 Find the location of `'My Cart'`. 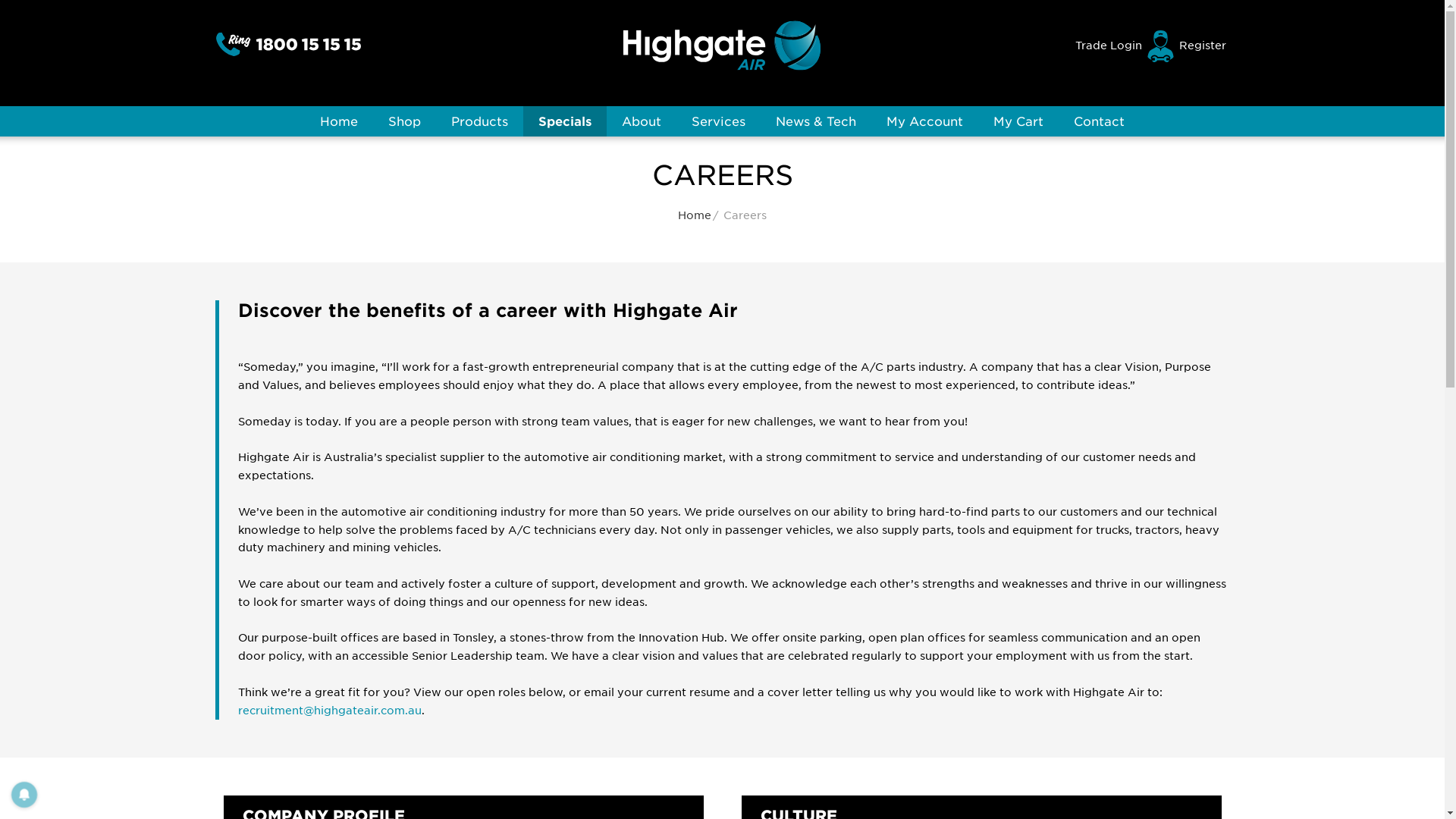

'My Cart' is located at coordinates (1018, 120).